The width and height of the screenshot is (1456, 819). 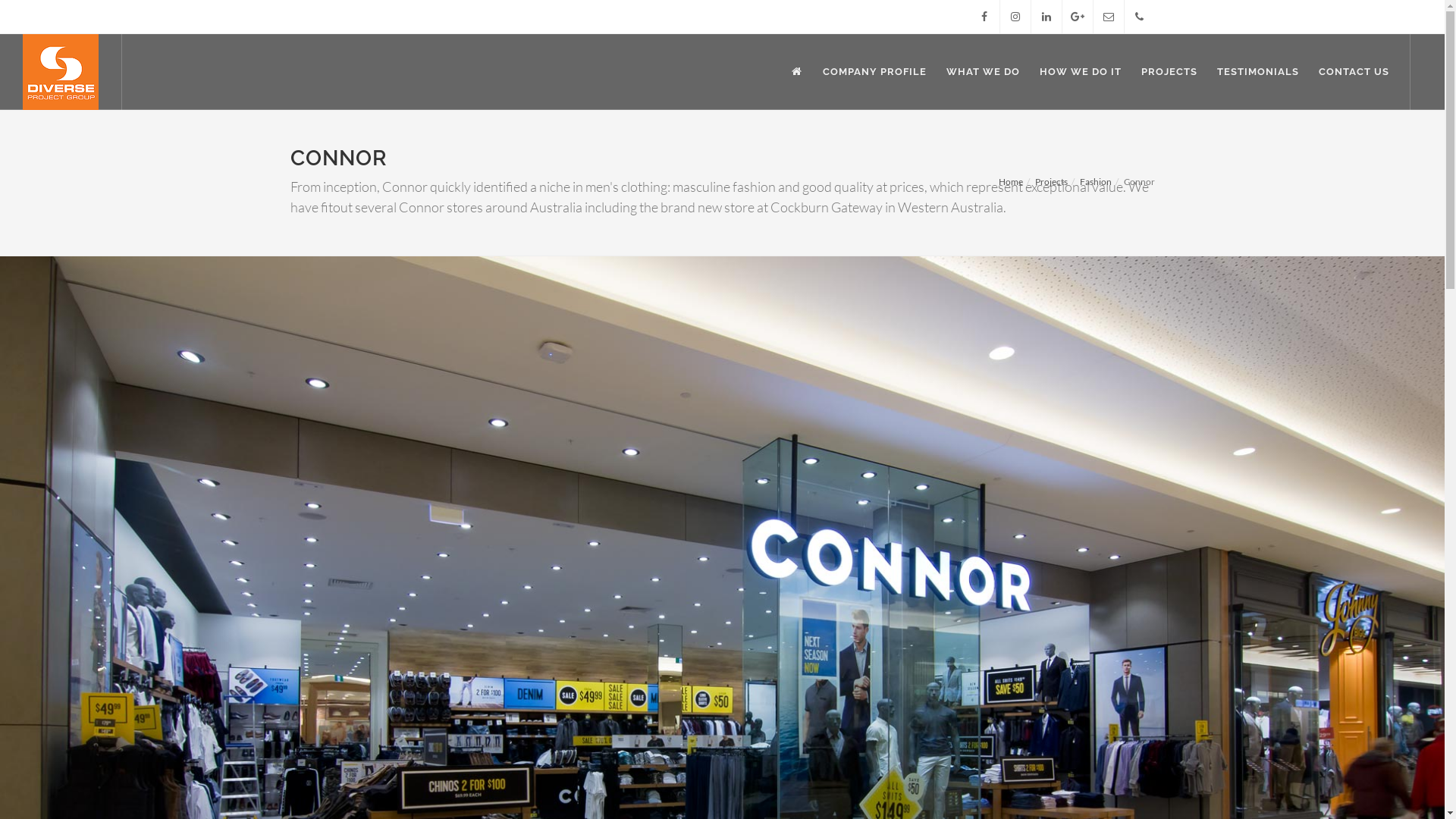 What do you see at coordinates (997, 180) in the screenshot?
I see `'Home'` at bounding box center [997, 180].